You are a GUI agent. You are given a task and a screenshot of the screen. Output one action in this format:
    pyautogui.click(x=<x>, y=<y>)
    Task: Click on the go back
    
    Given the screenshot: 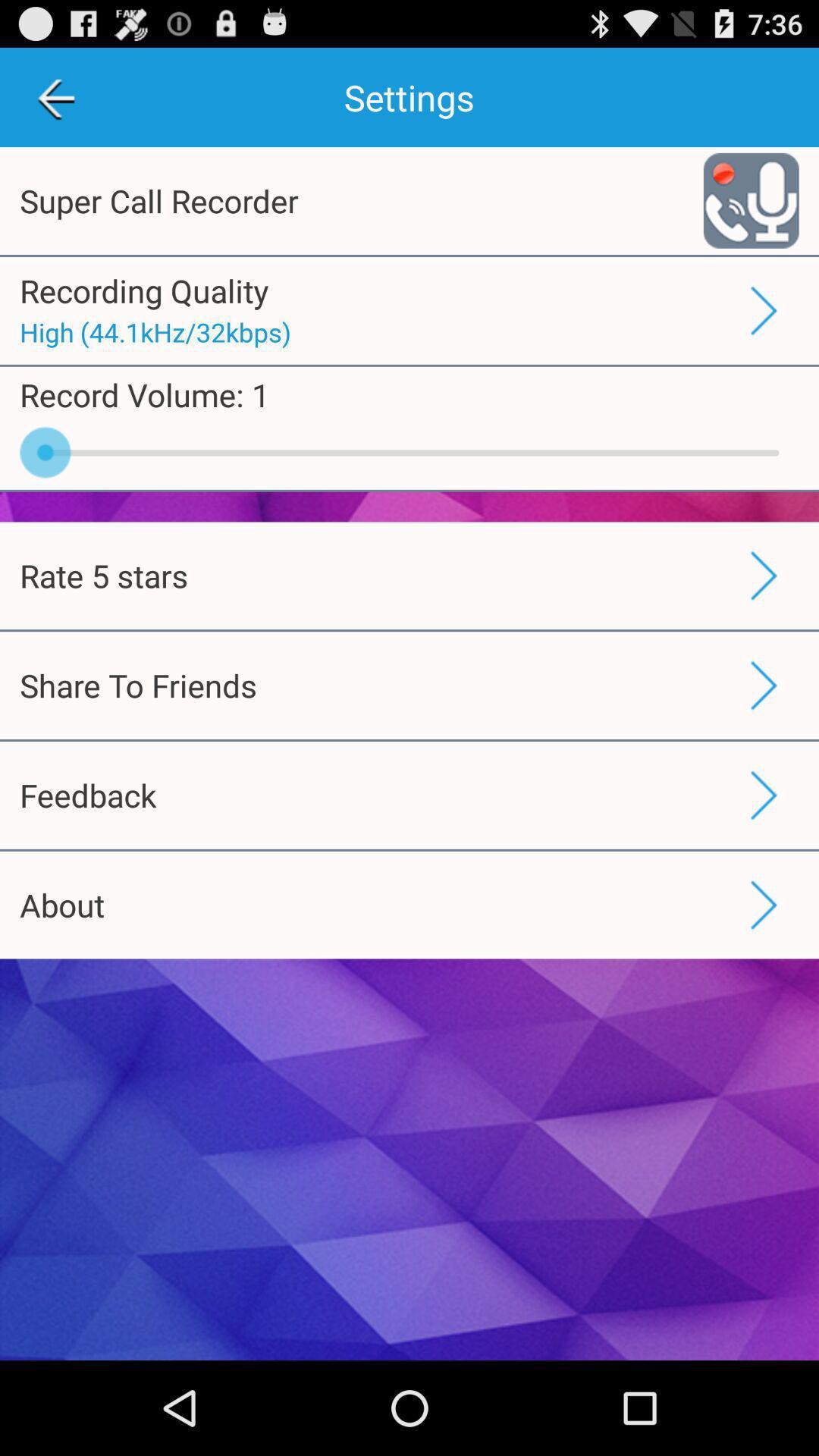 What is the action you would take?
    pyautogui.click(x=55, y=96)
    